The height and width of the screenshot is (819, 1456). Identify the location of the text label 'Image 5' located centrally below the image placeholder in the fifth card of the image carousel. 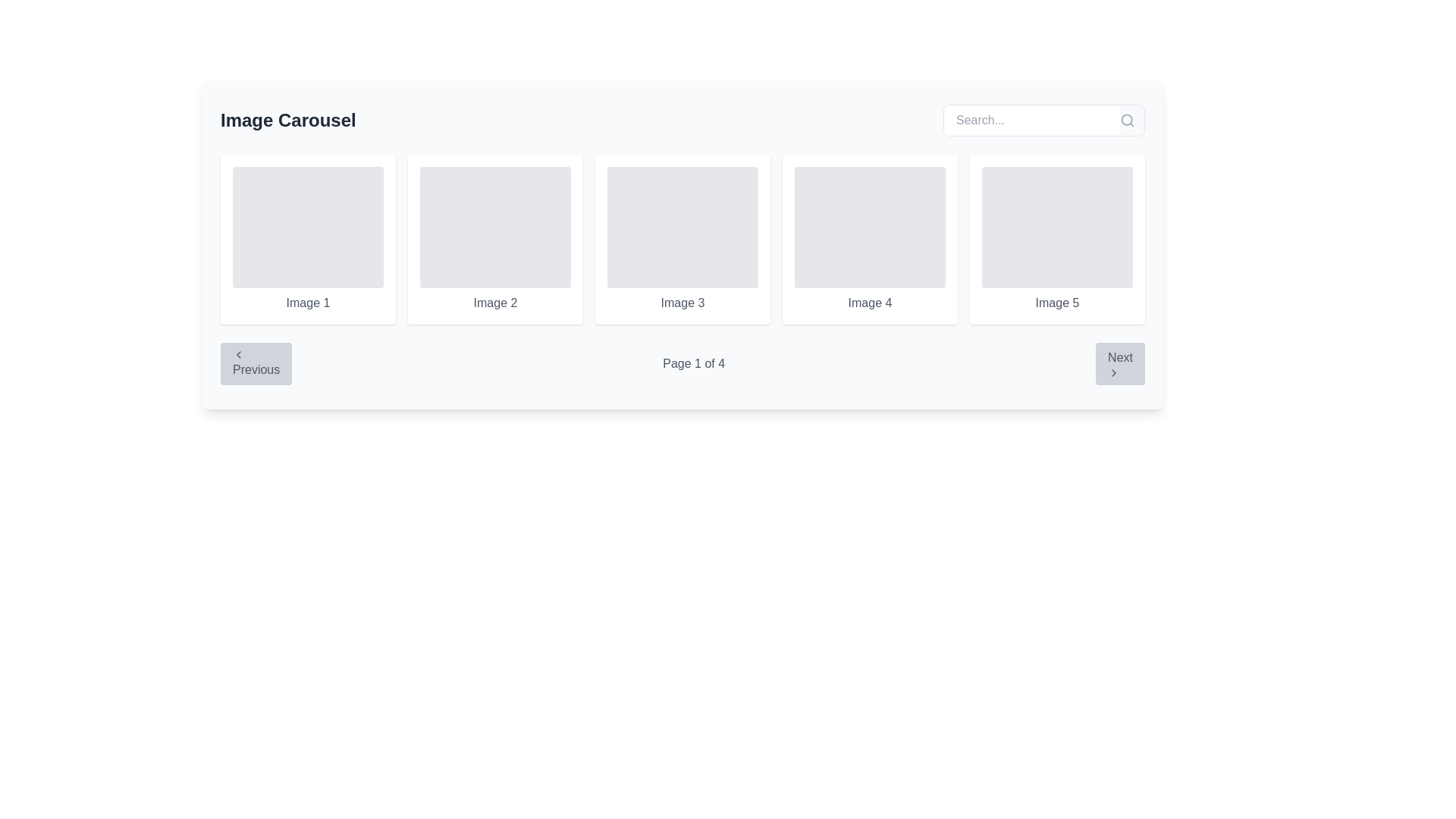
(1056, 303).